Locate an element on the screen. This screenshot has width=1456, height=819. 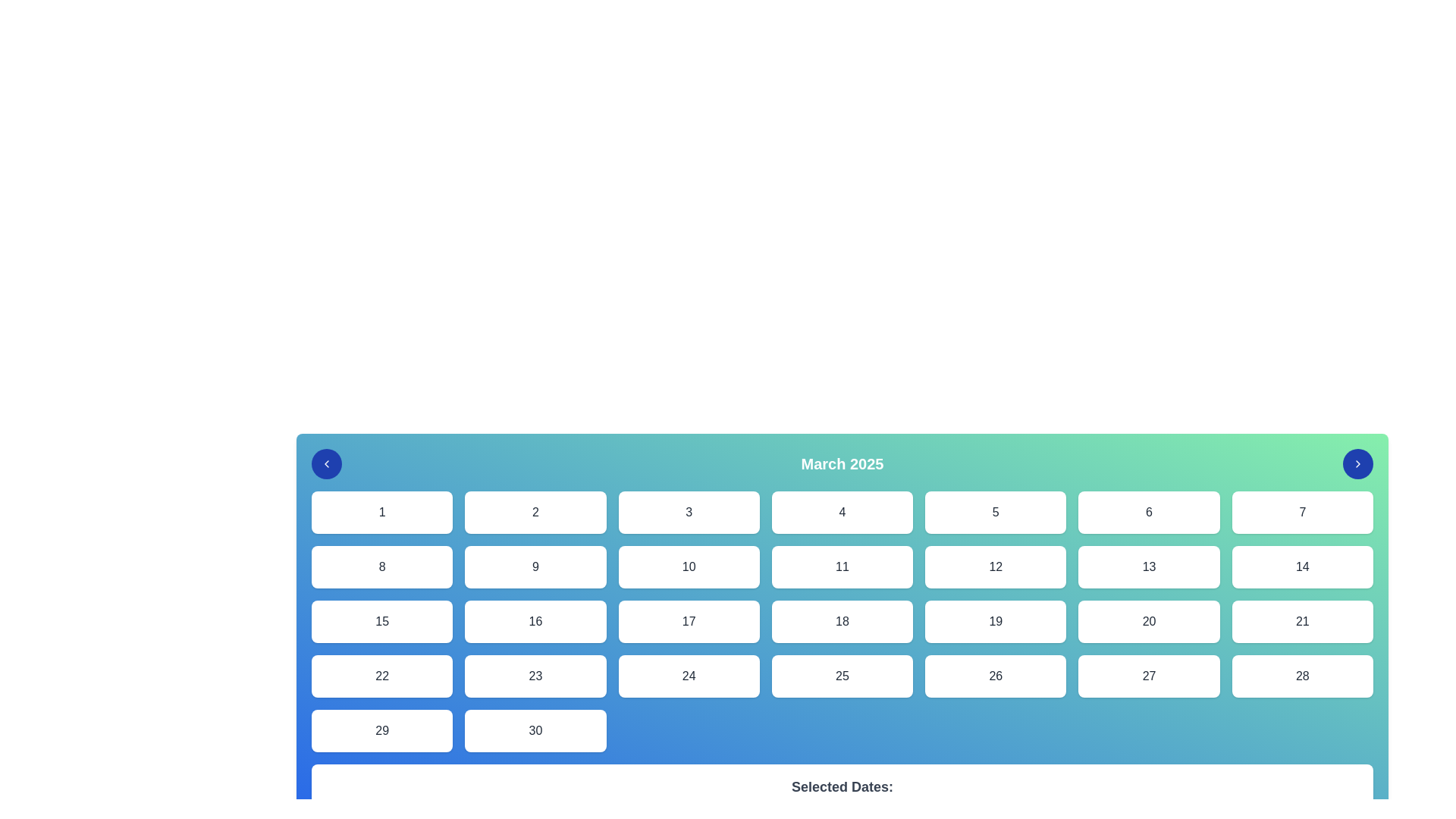
the white rounded rectangle button containing the number '27', which is the sixth item in the bottom row of a 7-column grid layout is located at coordinates (1149, 675).